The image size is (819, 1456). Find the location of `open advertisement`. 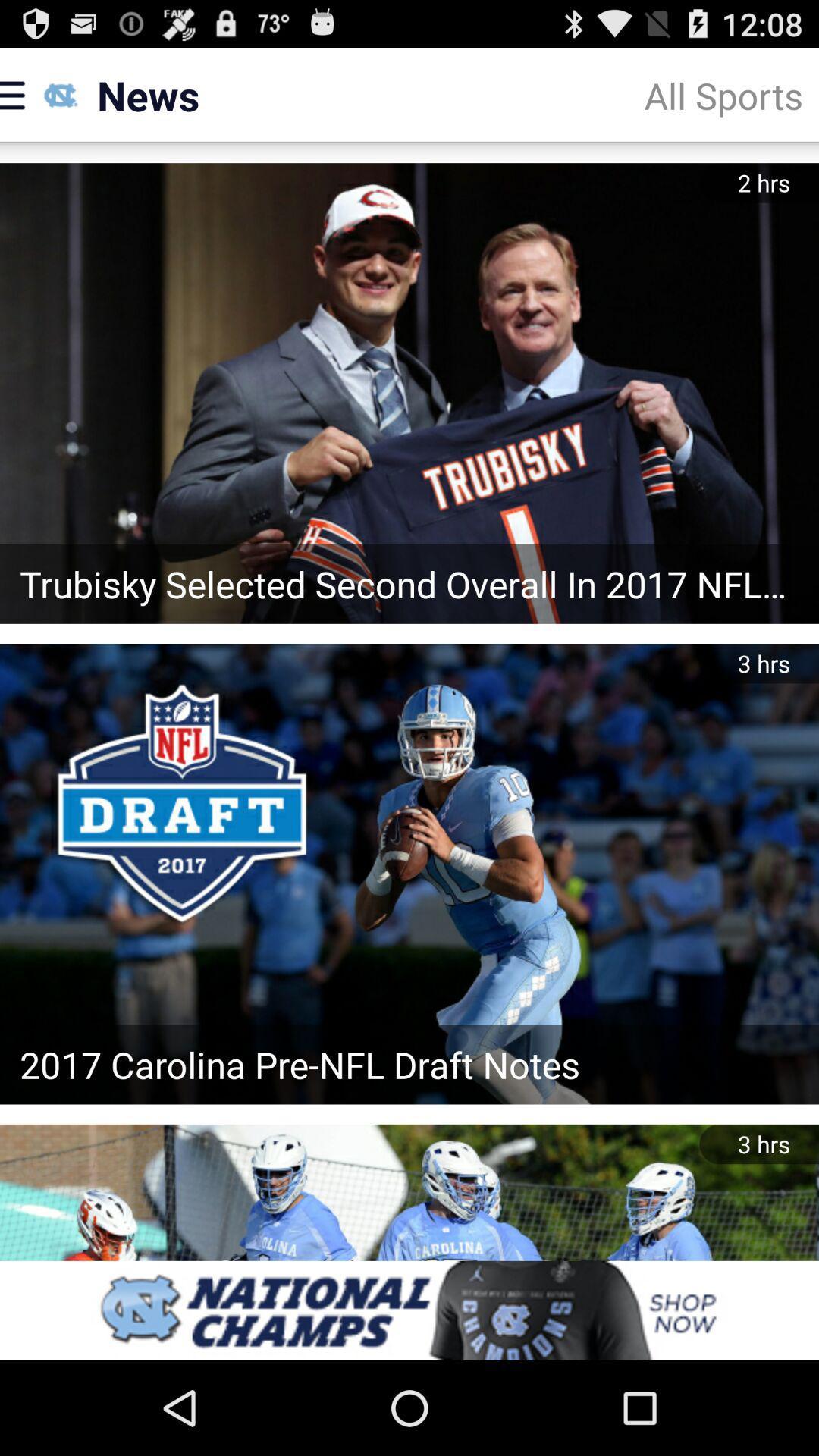

open advertisement is located at coordinates (409, 1310).